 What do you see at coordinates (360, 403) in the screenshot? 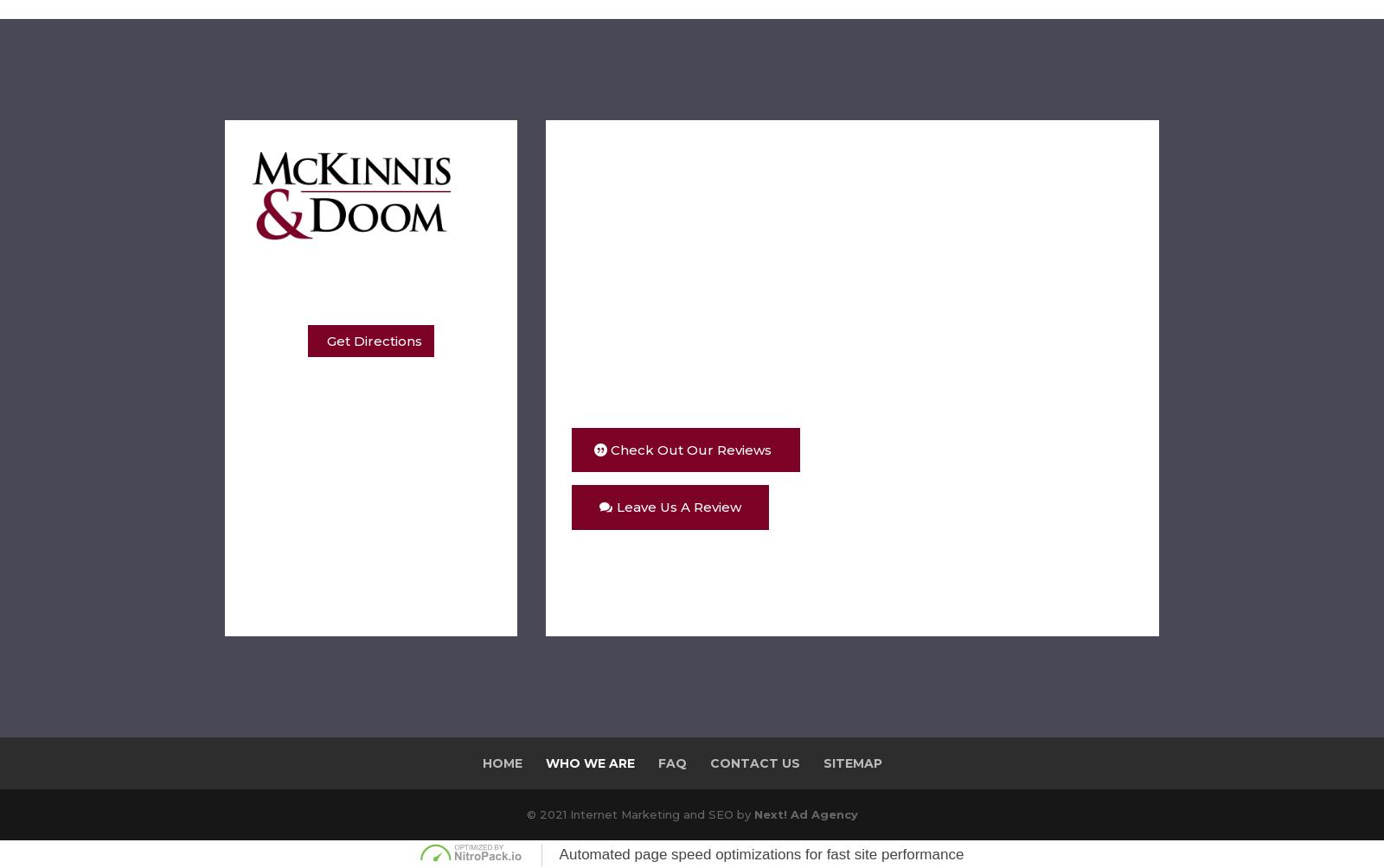
I see `'Monday — Thursday'` at bounding box center [360, 403].